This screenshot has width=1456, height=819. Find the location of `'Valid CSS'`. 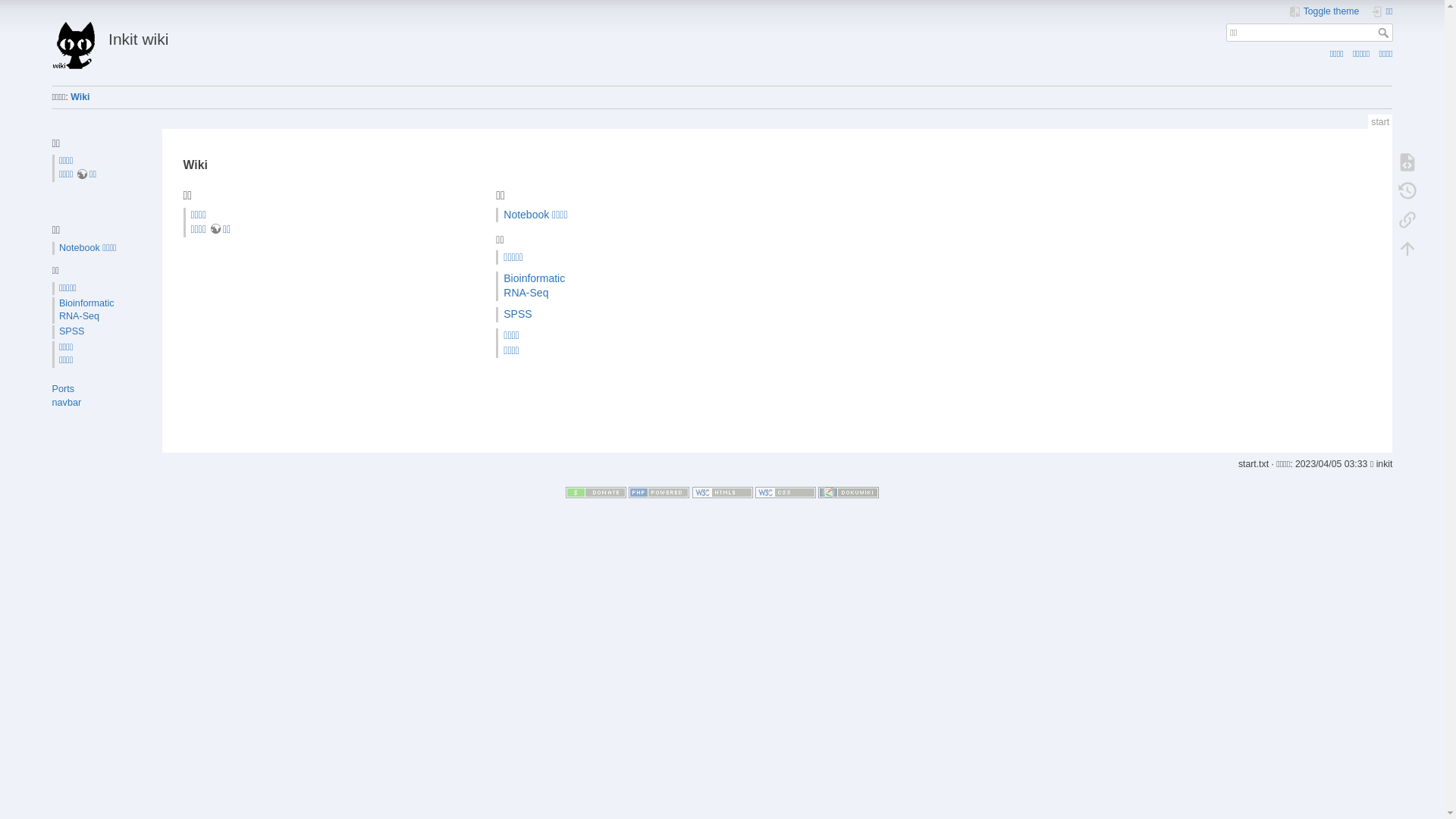

'Valid CSS' is located at coordinates (755, 491).